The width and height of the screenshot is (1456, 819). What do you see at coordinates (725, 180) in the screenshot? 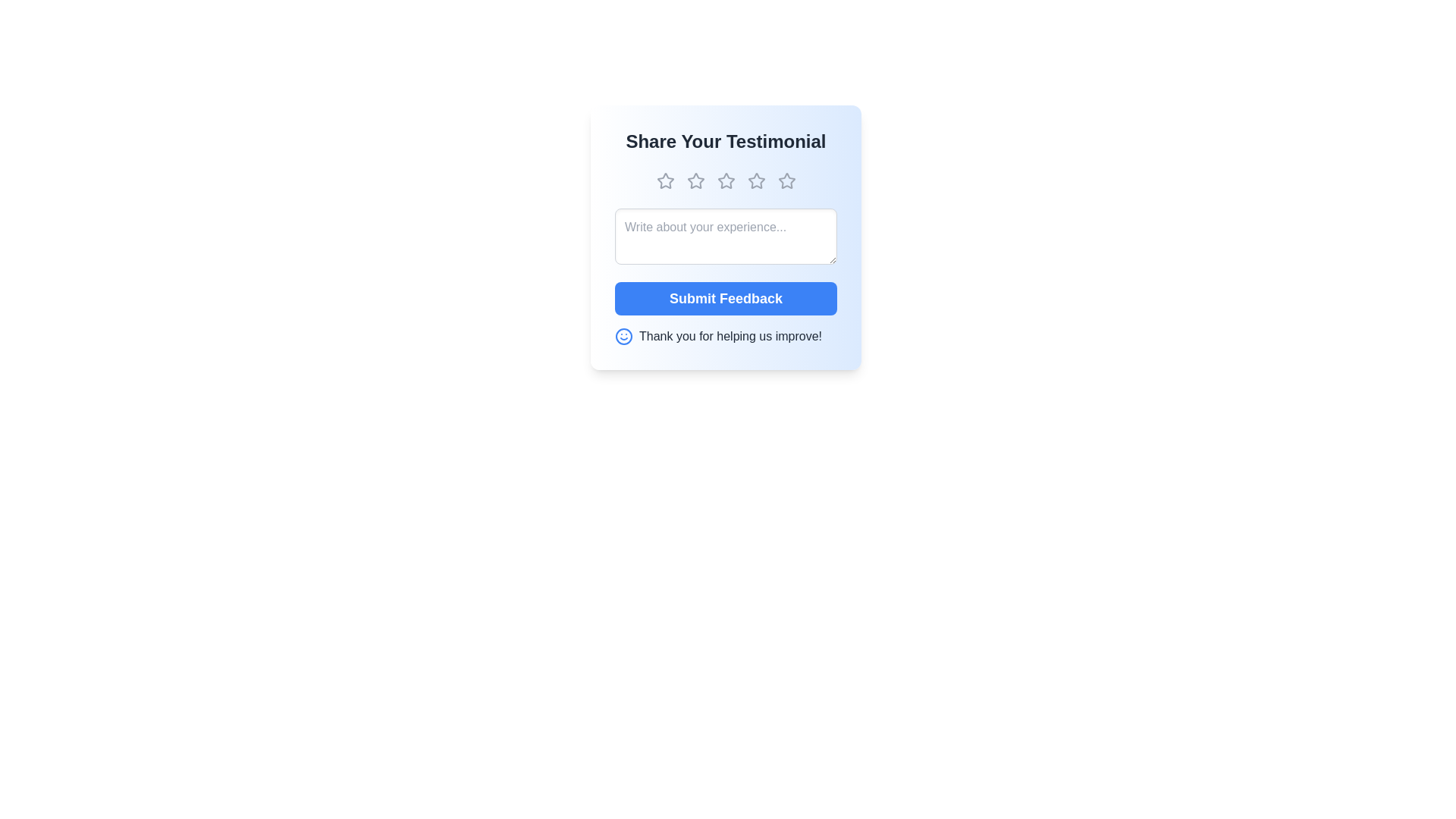
I see `the star corresponding to the desired rating of 3` at bounding box center [725, 180].